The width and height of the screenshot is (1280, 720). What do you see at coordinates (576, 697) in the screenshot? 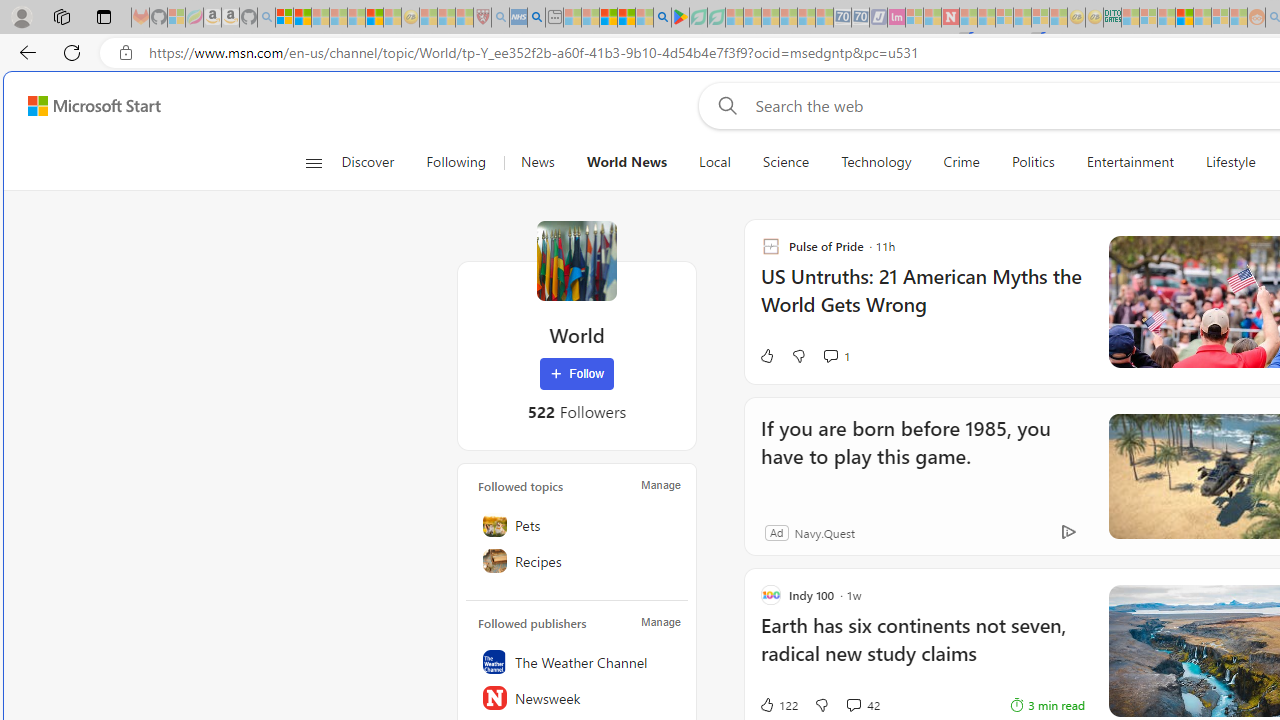
I see `'Newsweek'` at bounding box center [576, 697].